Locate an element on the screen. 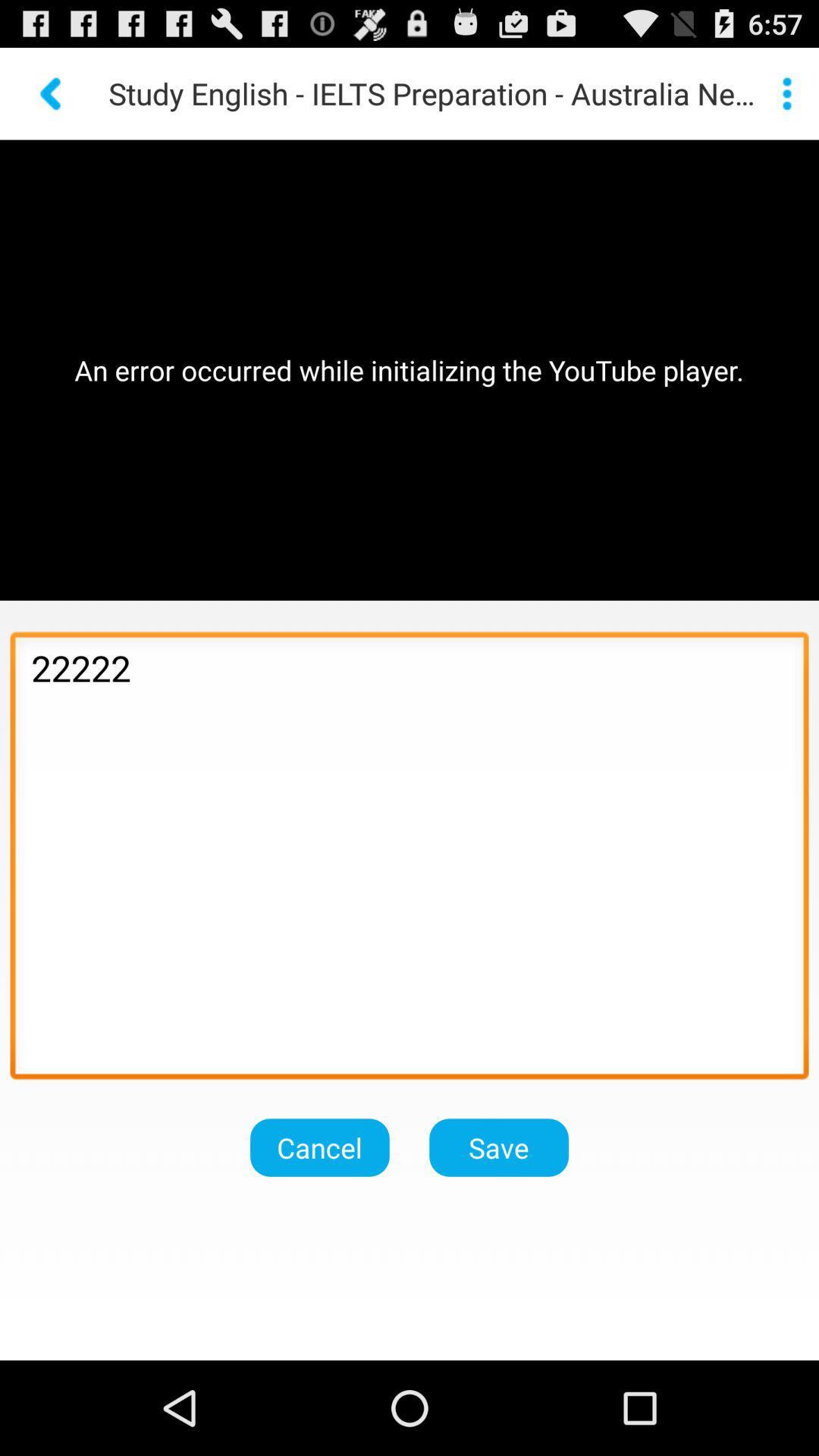 The image size is (819, 1456). go back is located at coordinates (52, 93).